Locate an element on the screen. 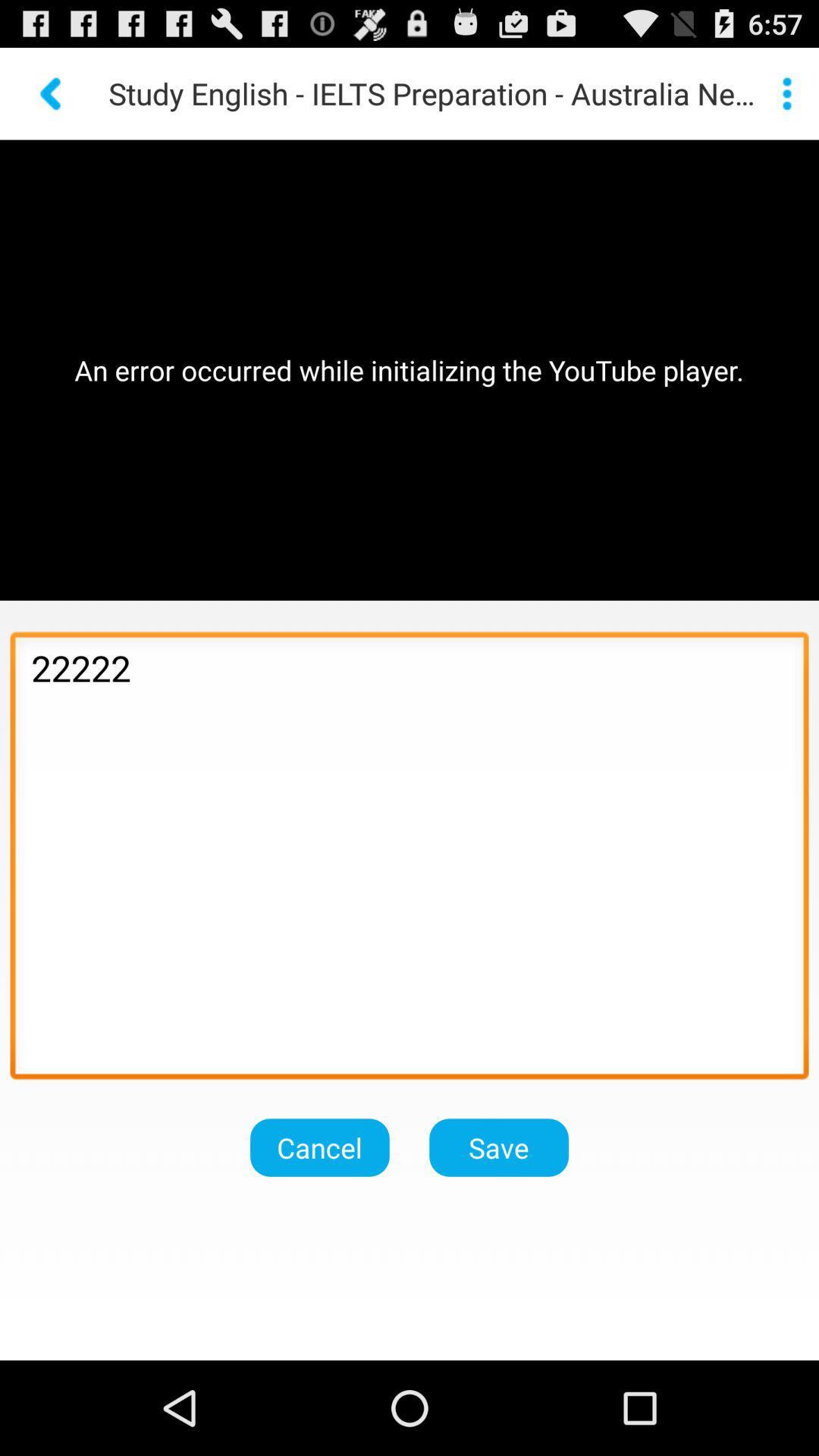 The image size is (819, 1456). go back is located at coordinates (52, 93).